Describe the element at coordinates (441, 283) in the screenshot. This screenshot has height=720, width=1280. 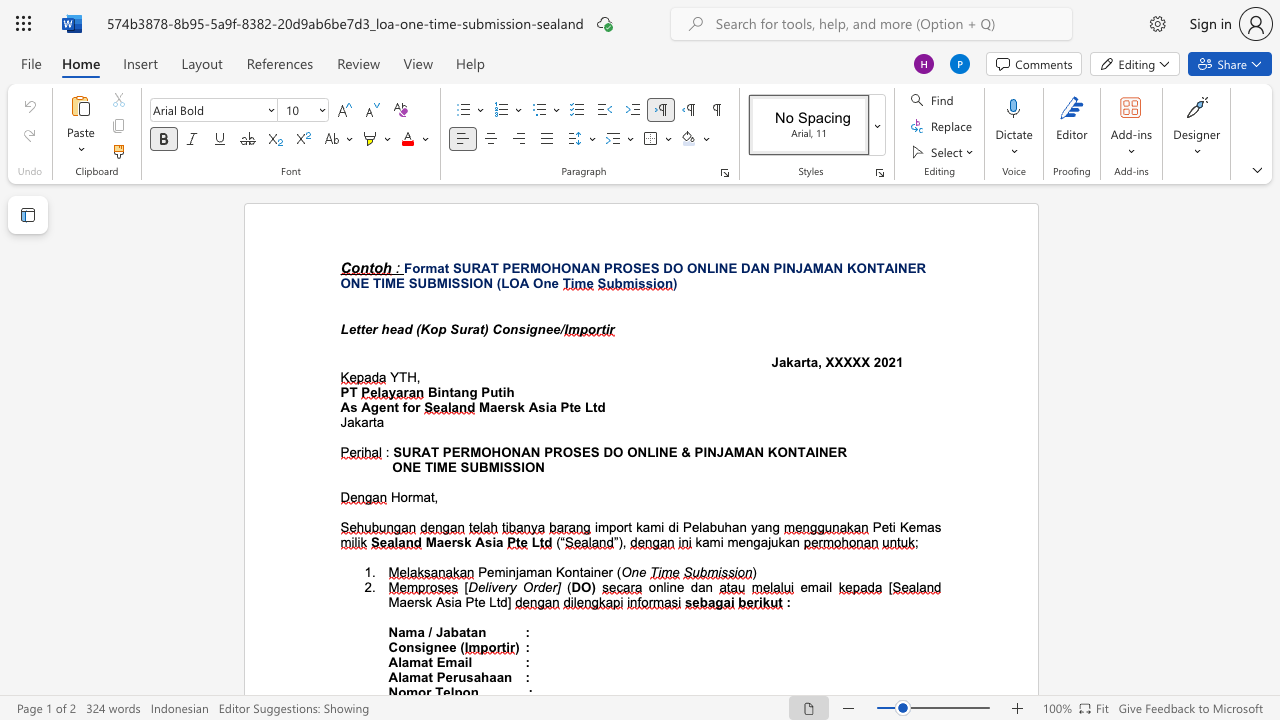
I see `the 2th character "M" in the text` at that location.